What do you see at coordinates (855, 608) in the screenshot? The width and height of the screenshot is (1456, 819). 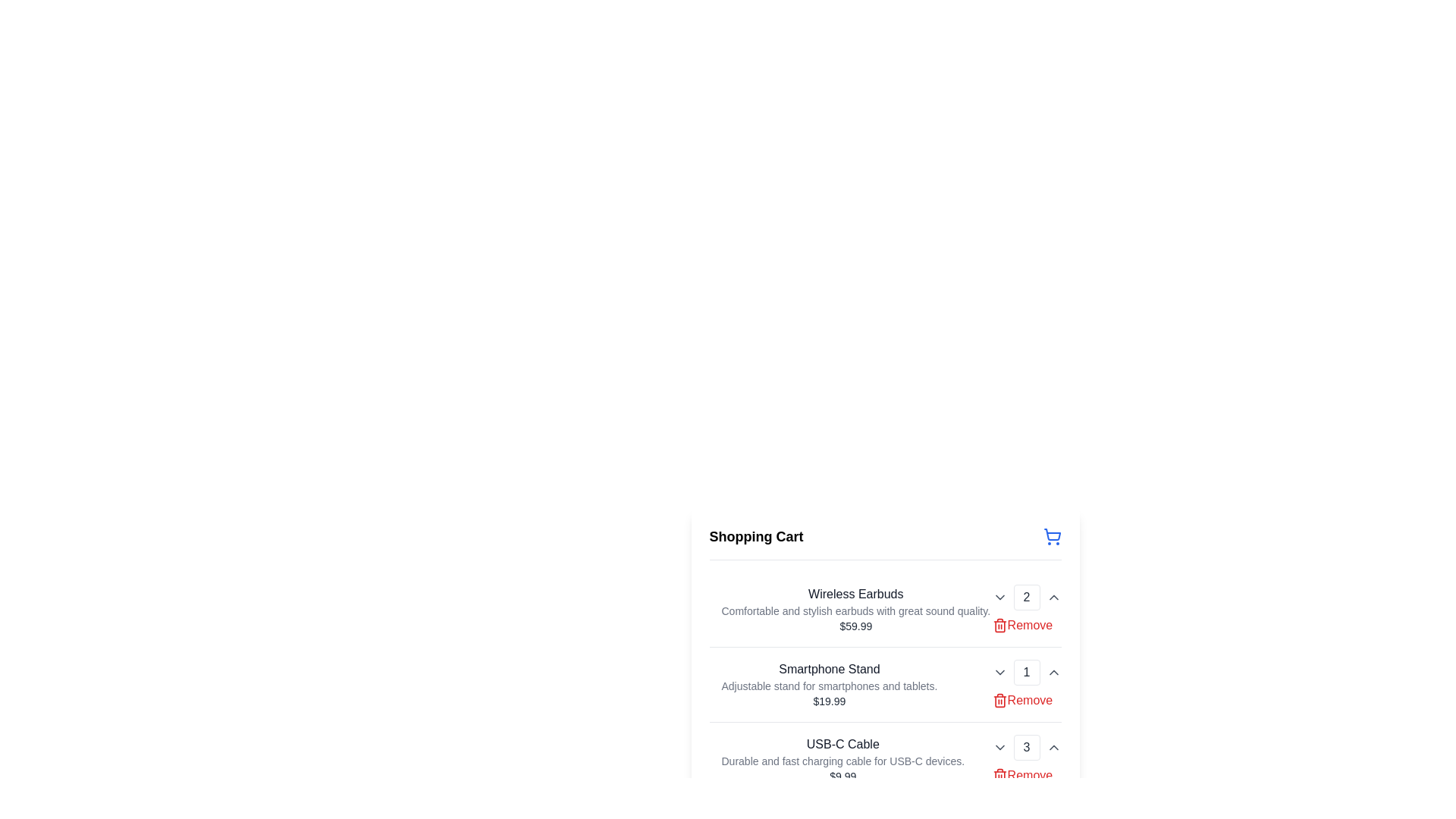 I see `details of the product entry for 'Wireless Earbuds' located in the shopping cart section, specifically within the first item in the list` at bounding box center [855, 608].